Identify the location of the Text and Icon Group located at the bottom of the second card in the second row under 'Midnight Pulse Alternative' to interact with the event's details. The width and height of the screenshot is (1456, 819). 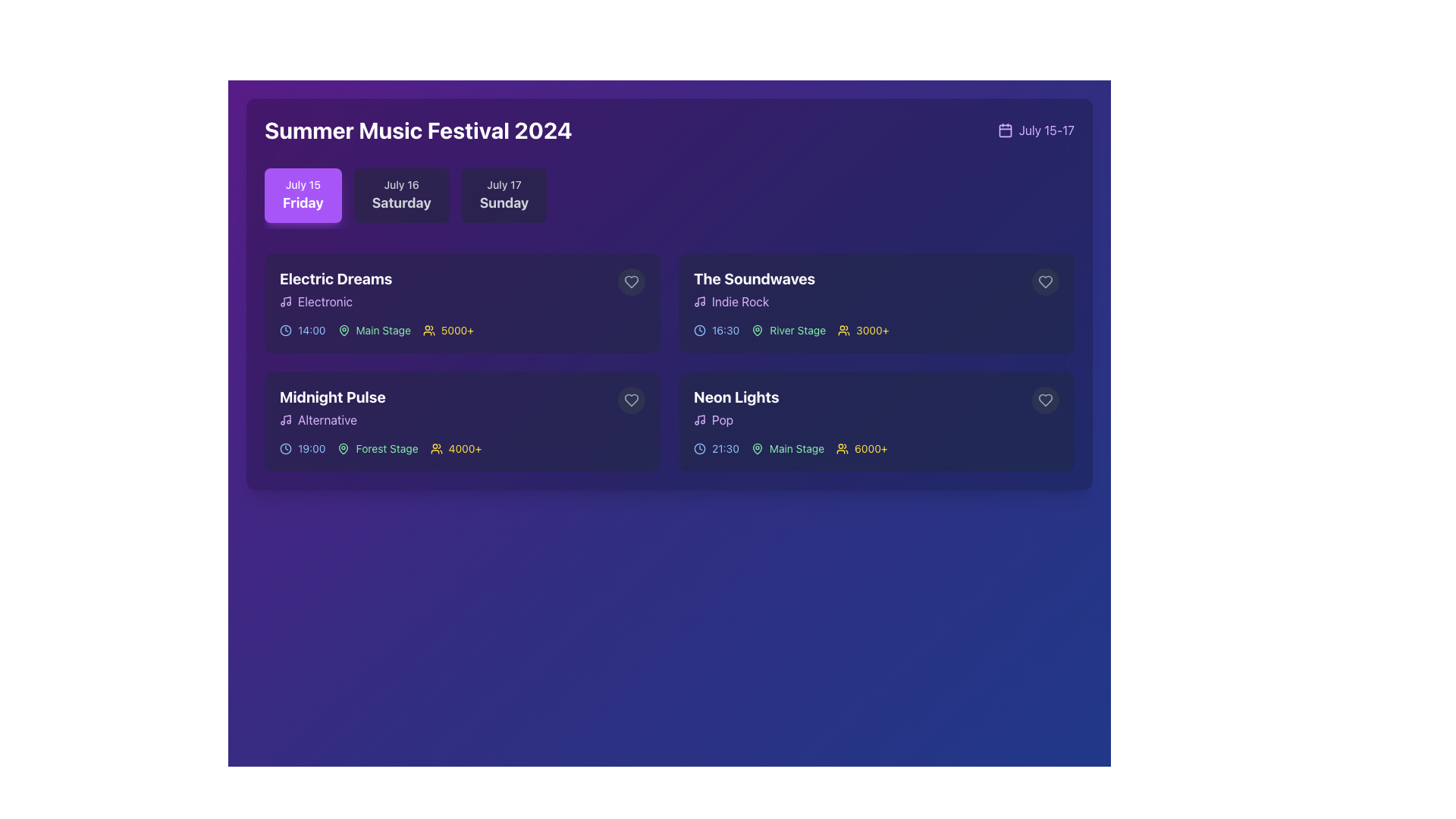
(461, 447).